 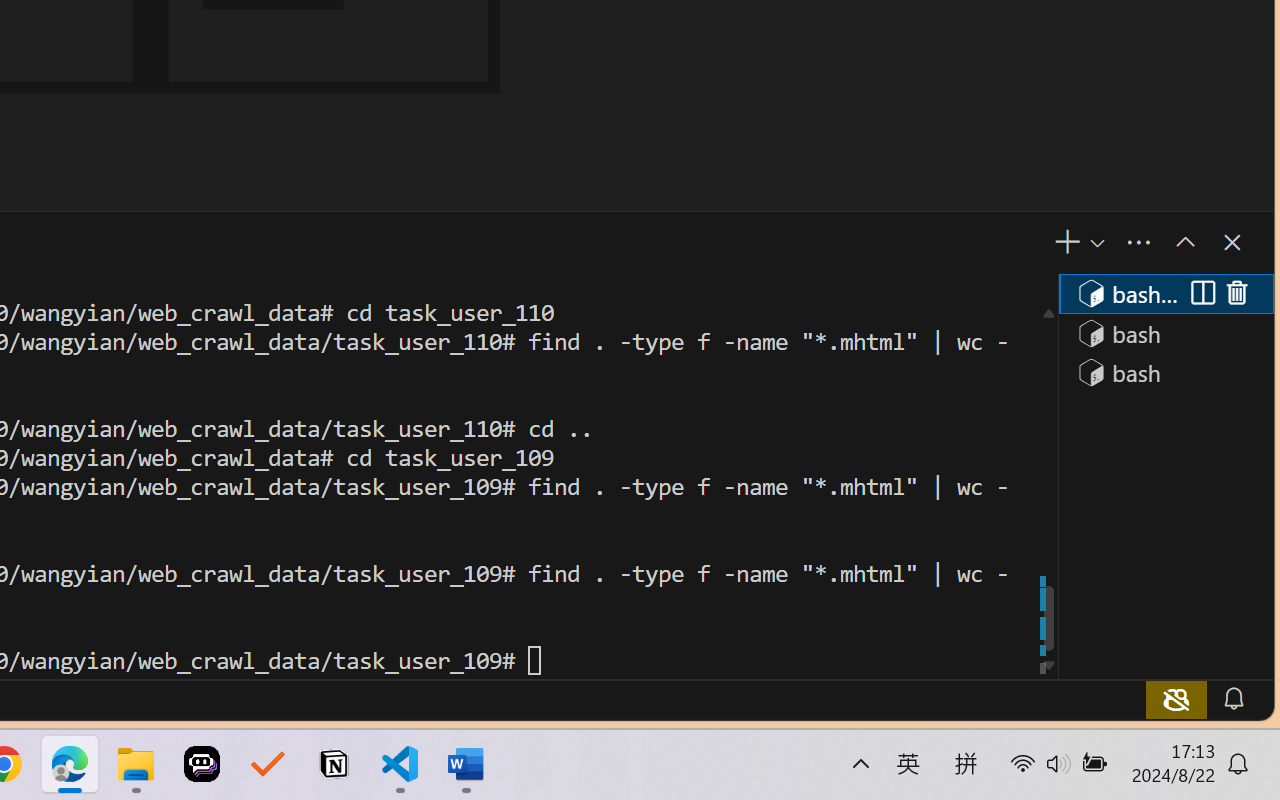 What do you see at coordinates (1165, 331) in the screenshot?
I see `'Terminal 2 bash'` at bounding box center [1165, 331].